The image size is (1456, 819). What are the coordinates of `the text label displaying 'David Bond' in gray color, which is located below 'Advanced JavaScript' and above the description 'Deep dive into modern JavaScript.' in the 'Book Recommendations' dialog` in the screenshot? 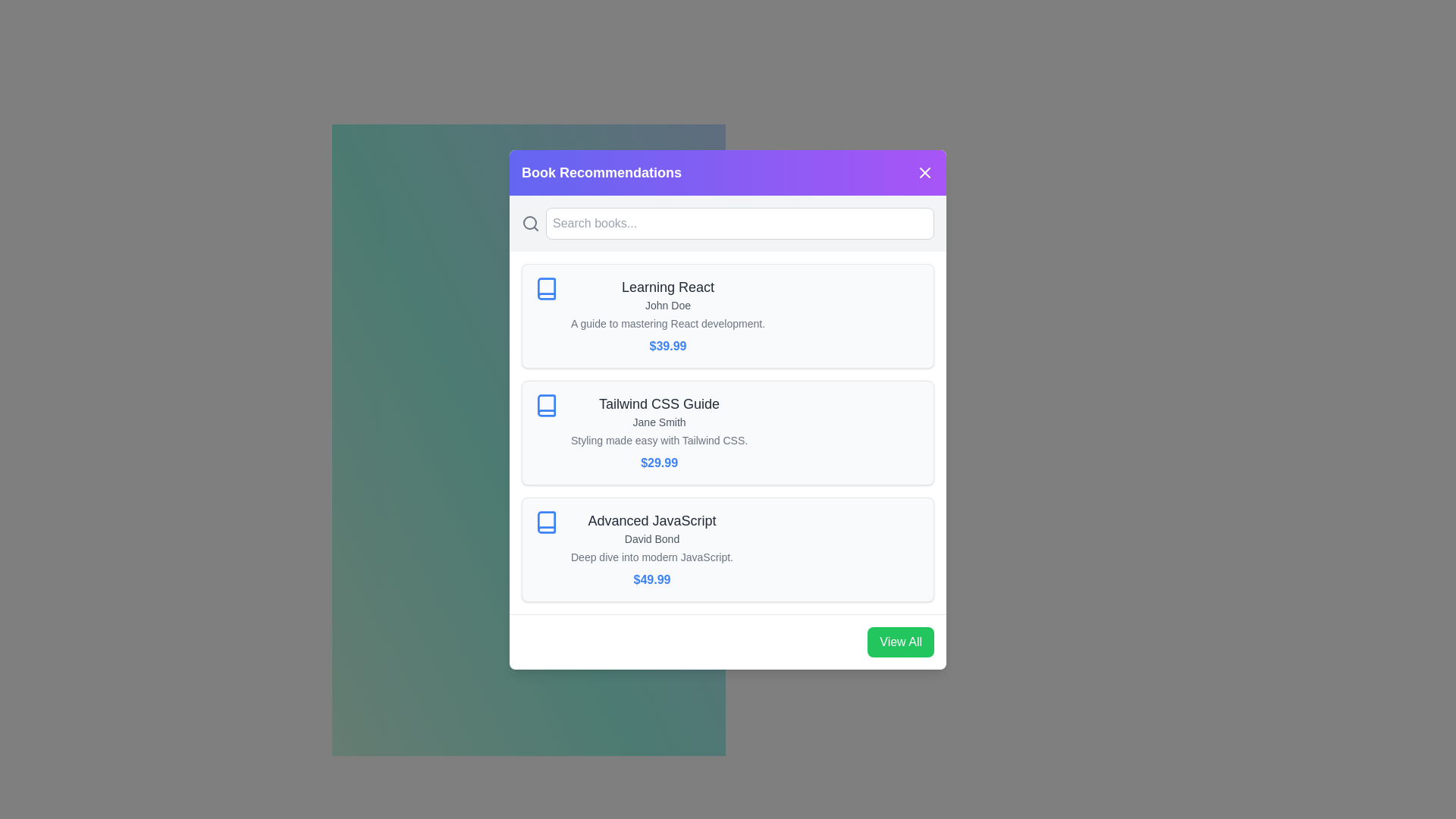 It's located at (651, 538).